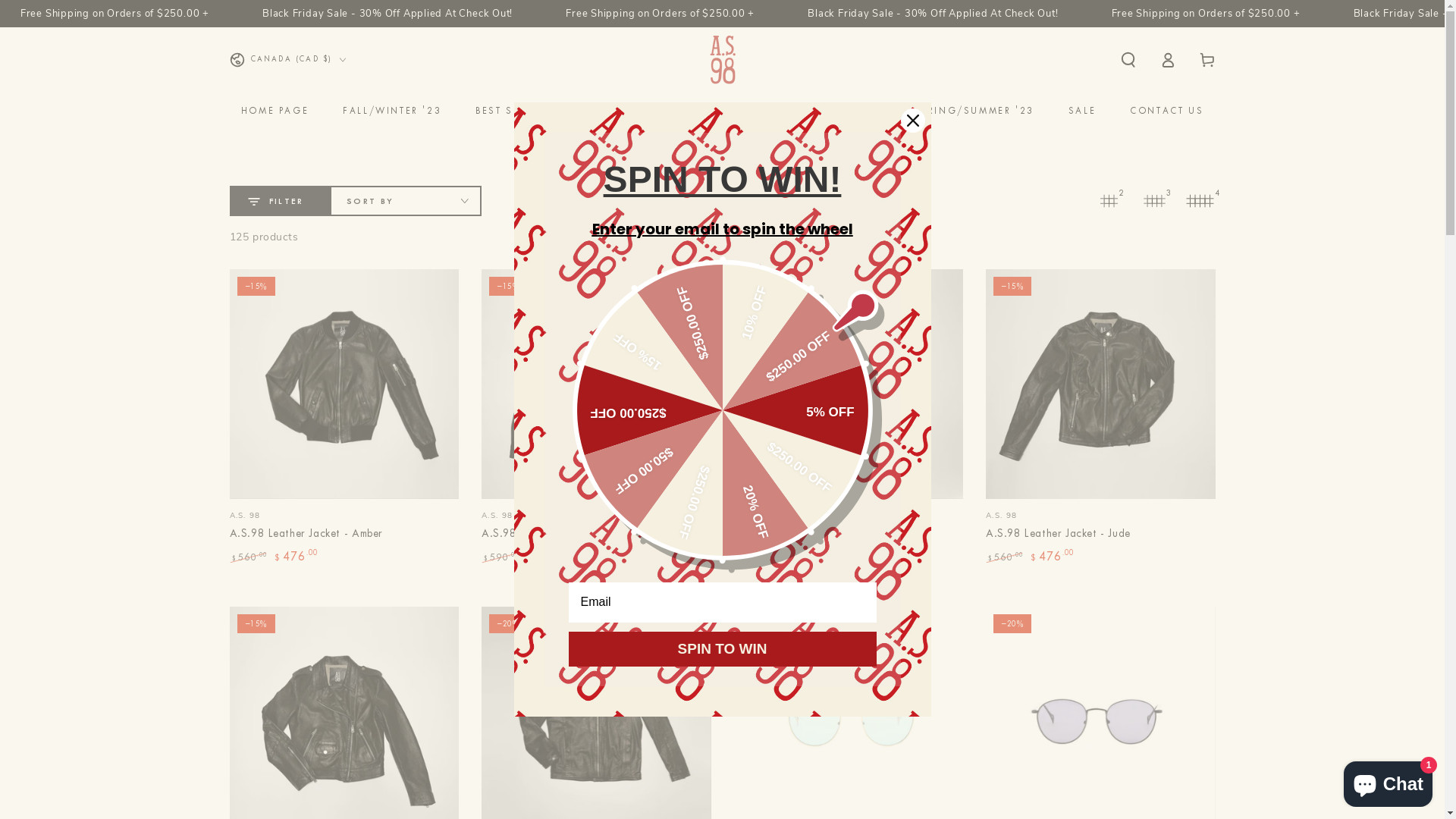 This screenshot has width=1456, height=819. Describe the element at coordinates (287, 58) in the screenshot. I see `'CANADA (CAD $)'` at that location.